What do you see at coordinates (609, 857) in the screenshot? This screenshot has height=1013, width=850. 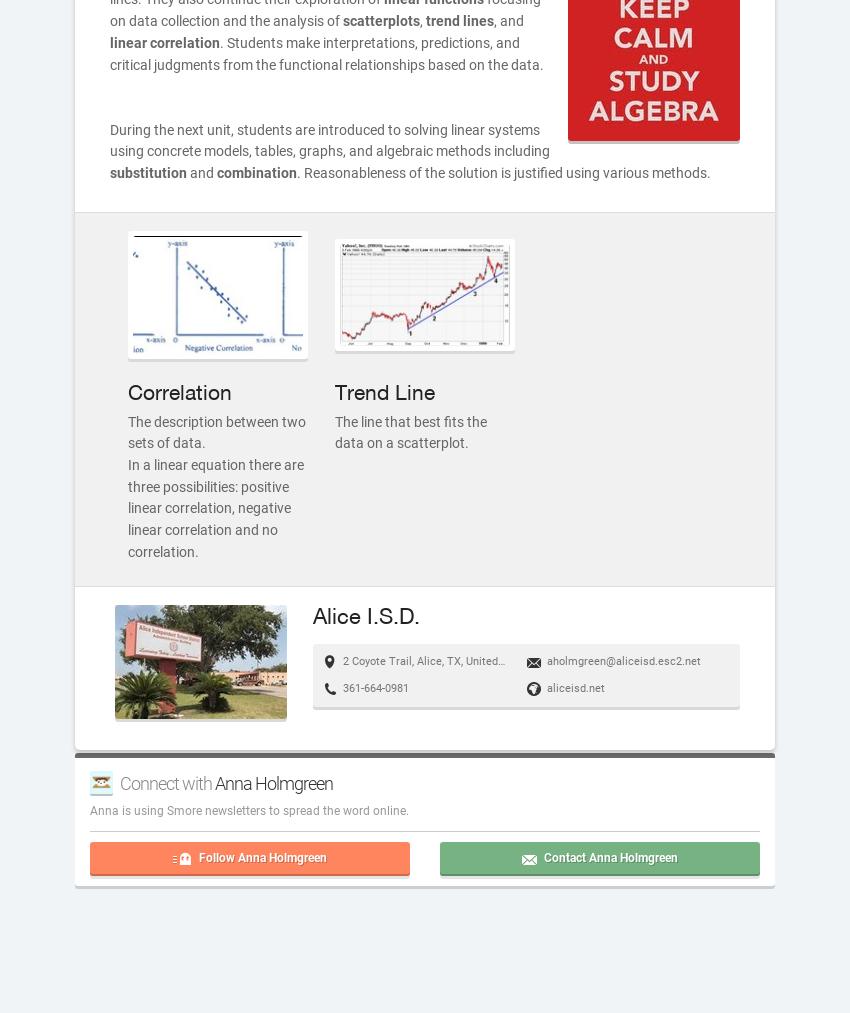 I see `'Contact Anna Holmgreen'` at bounding box center [609, 857].